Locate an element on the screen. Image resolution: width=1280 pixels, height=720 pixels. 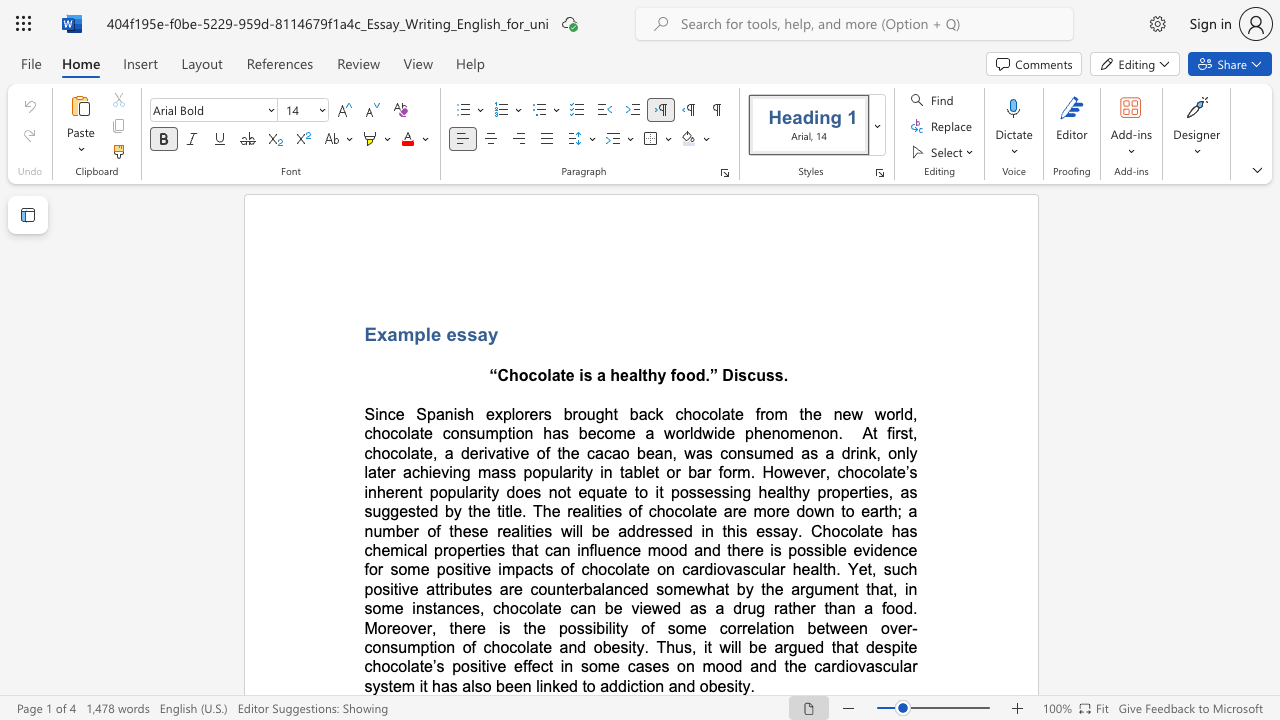
the subset text "a food. Moreover, there is the possib" within the text "the argument that, in some instances, chocolate can be viewed as a drug rather than a food. Moreover, there is the possibility of some correlation between over-consumption of chocolate and obesity. Thus, it will be argued that despite chocolate’s positive effect in some cases on mood and the cardiovascular syst" is located at coordinates (864, 607).